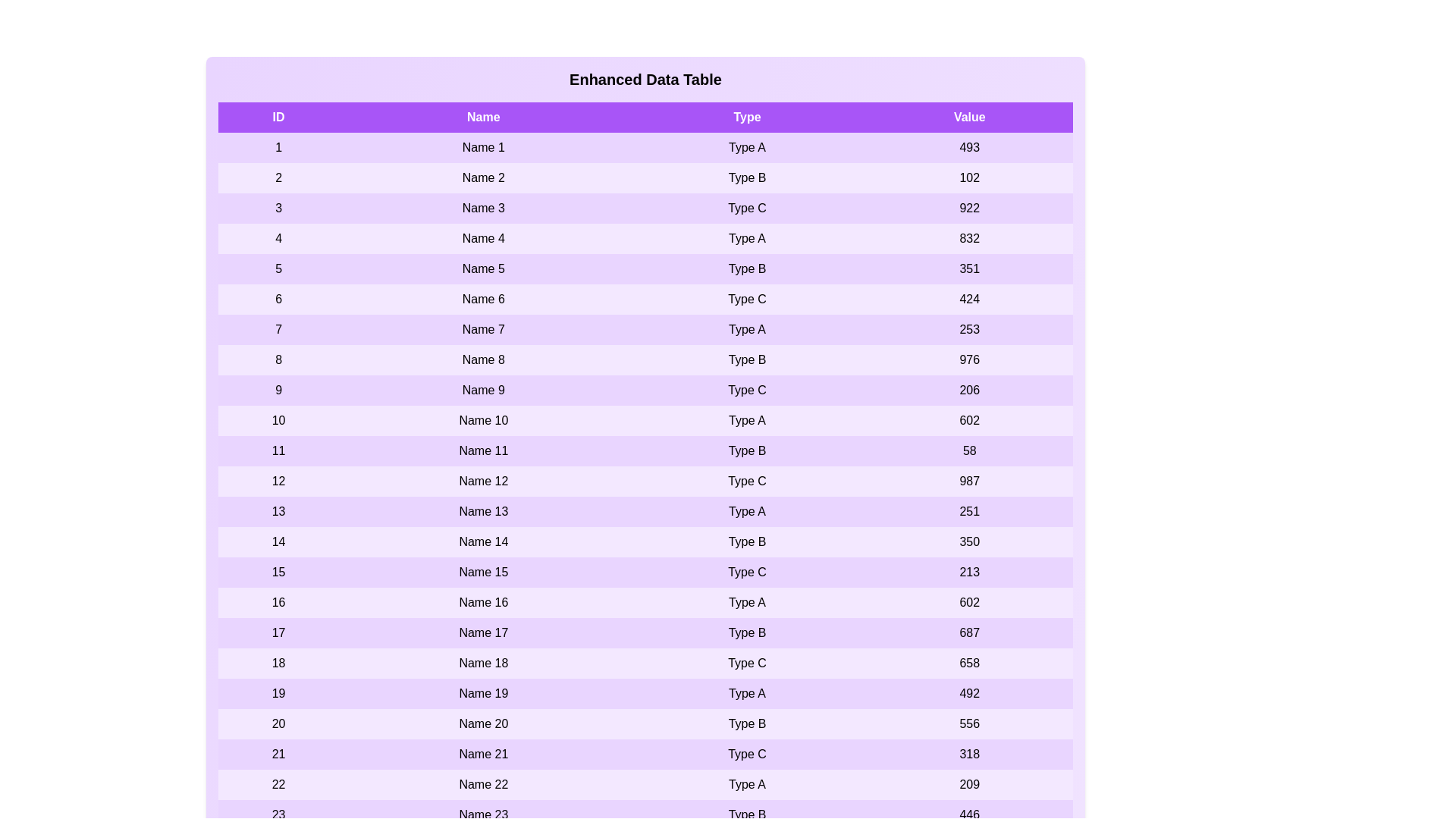 The image size is (1456, 819). Describe the element at coordinates (278, 116) in the screenshot. I see `the ID column header to sort the table by that column` at that location.